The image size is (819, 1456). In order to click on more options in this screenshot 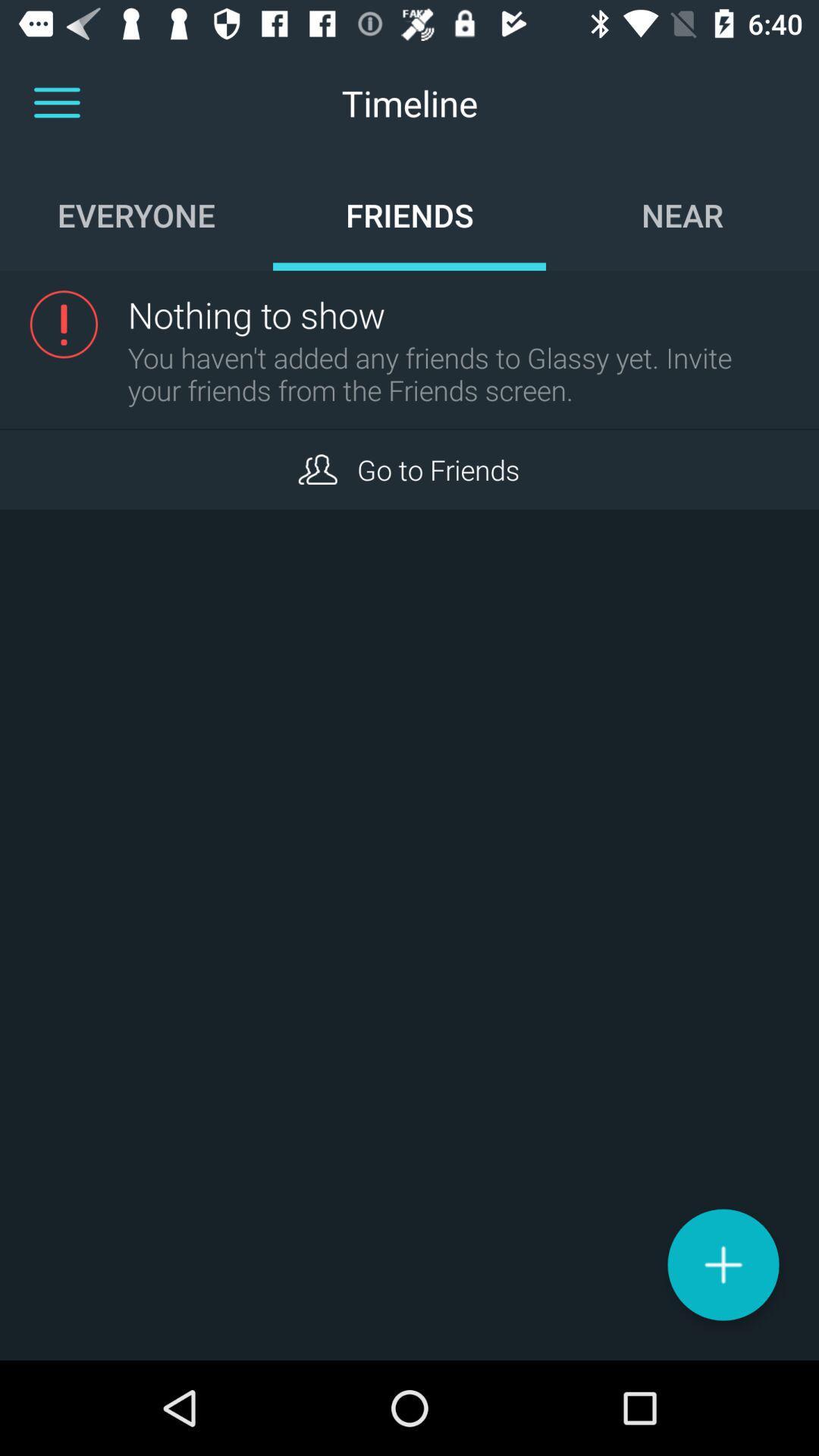, I will do `click(56, 102)`.